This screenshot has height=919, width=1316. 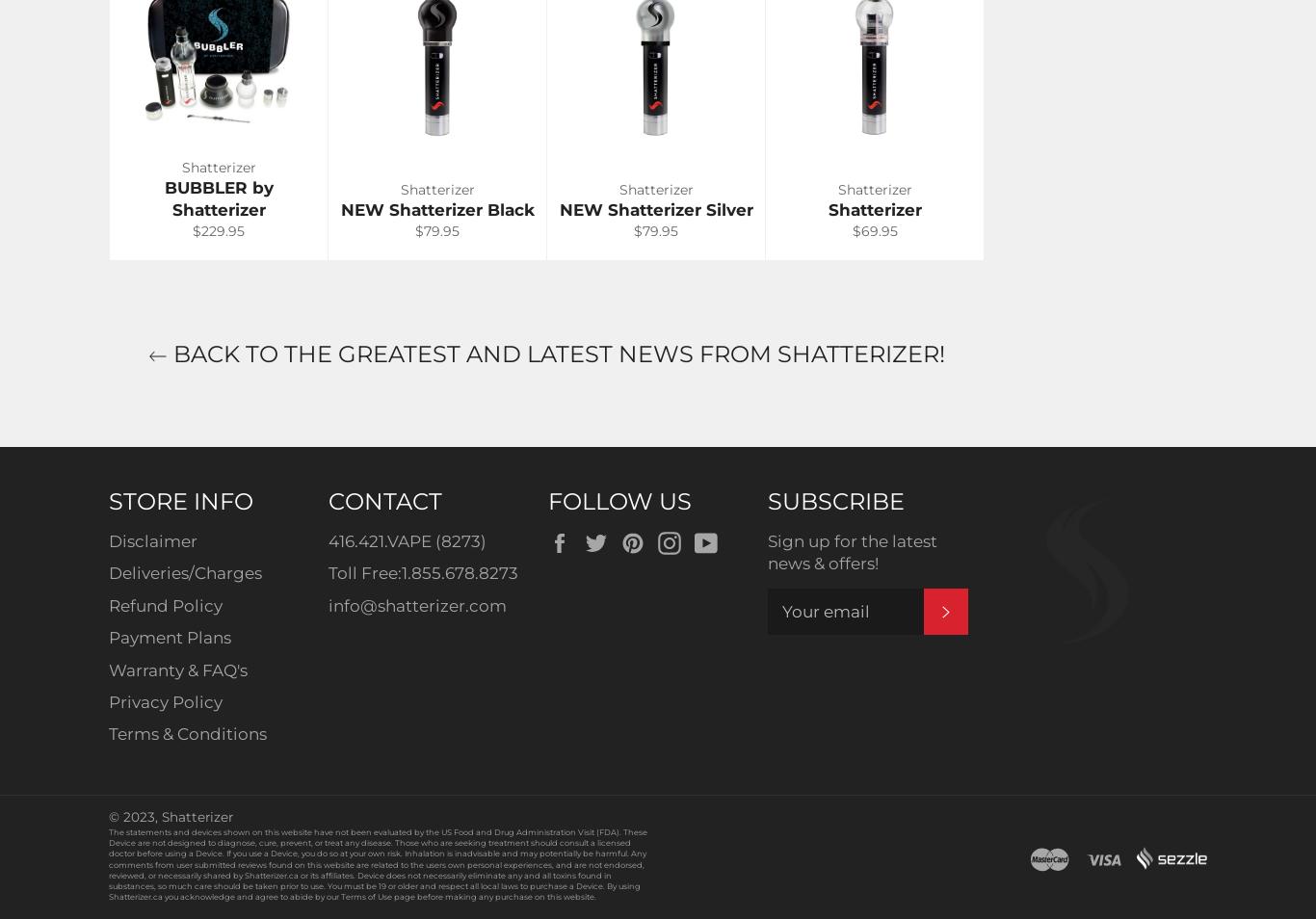 What do you see at coordinates (422, 572) in the screenshot?
I see `'Toll Free:1.855.678.8273'` at bounding box center [422, 572].